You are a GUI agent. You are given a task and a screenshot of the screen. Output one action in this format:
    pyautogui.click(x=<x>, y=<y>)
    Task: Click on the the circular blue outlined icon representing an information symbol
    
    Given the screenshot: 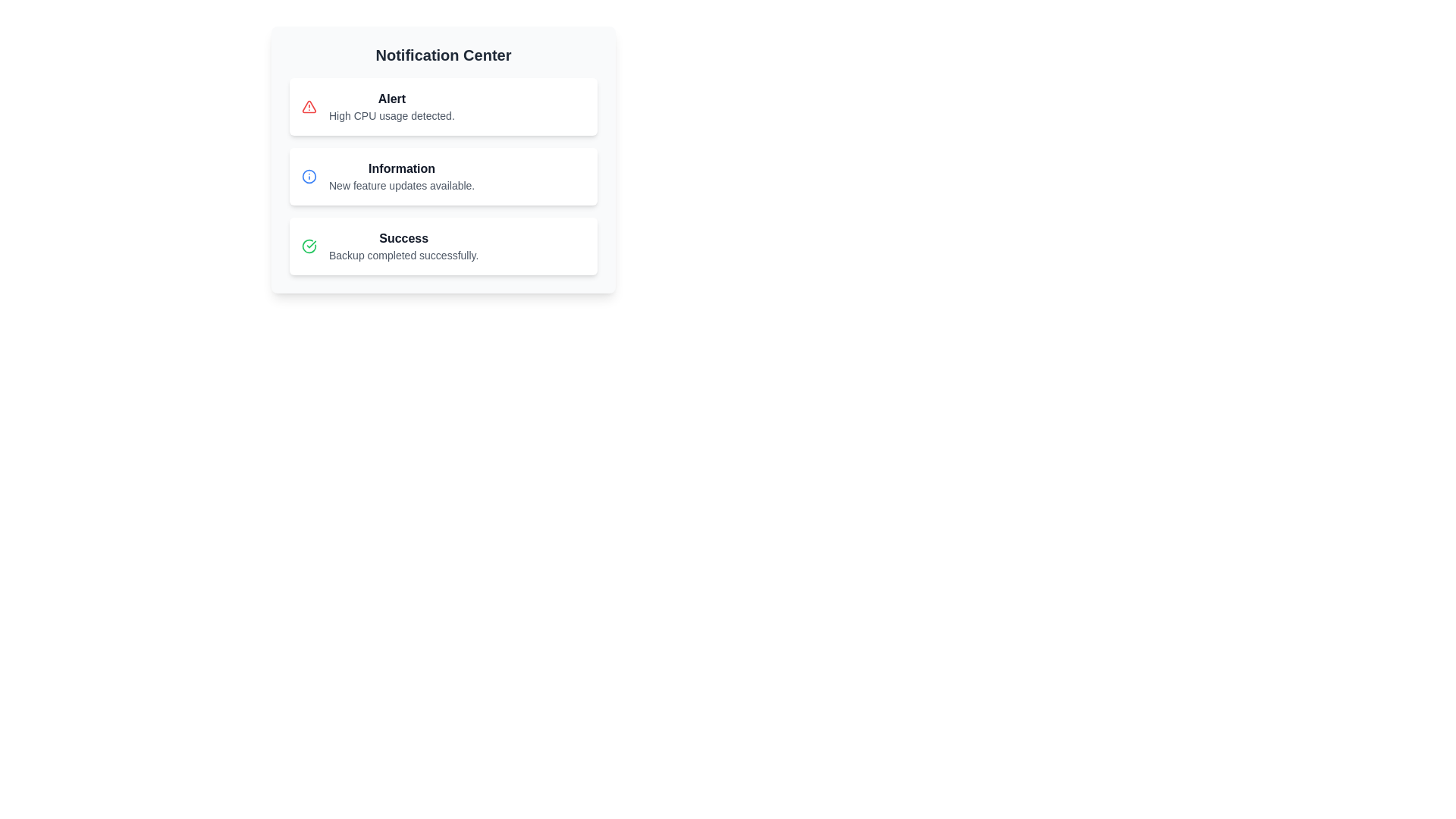 What is the action you would take?
    pyautogui.click(x=309, y=175)
    